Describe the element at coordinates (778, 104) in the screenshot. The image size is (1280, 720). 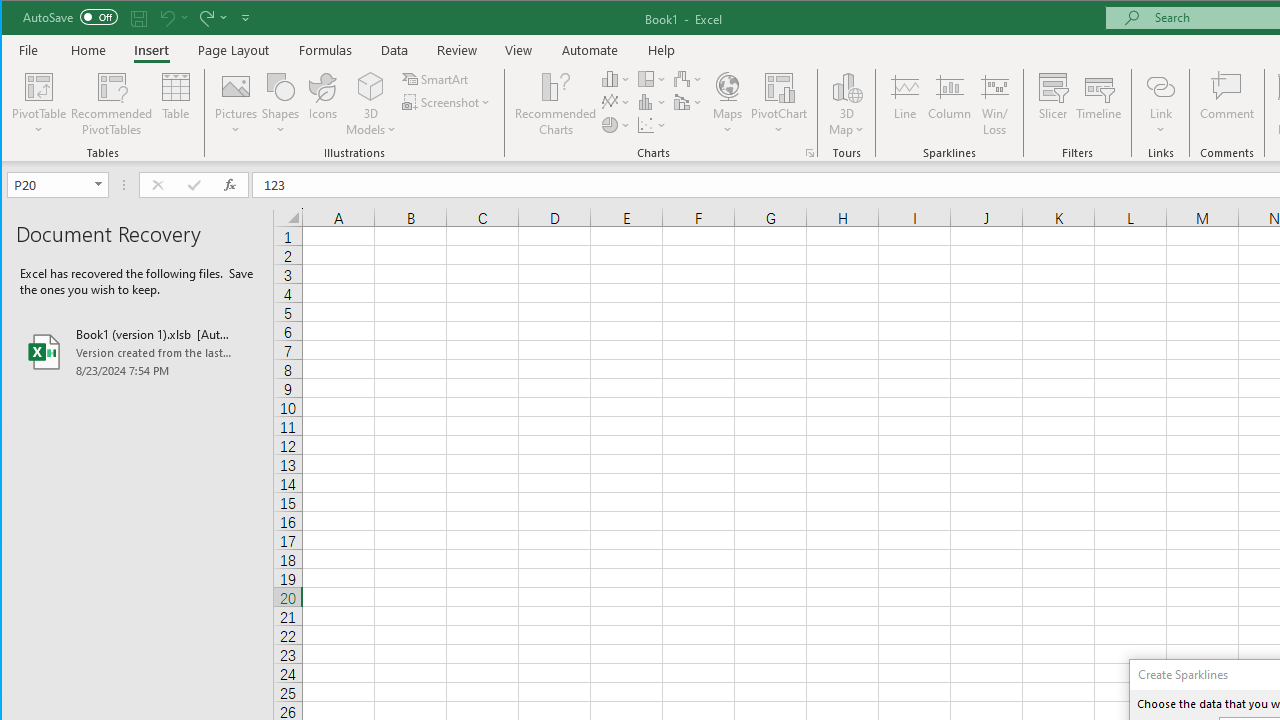
I see `'PivotChart'` at that location.